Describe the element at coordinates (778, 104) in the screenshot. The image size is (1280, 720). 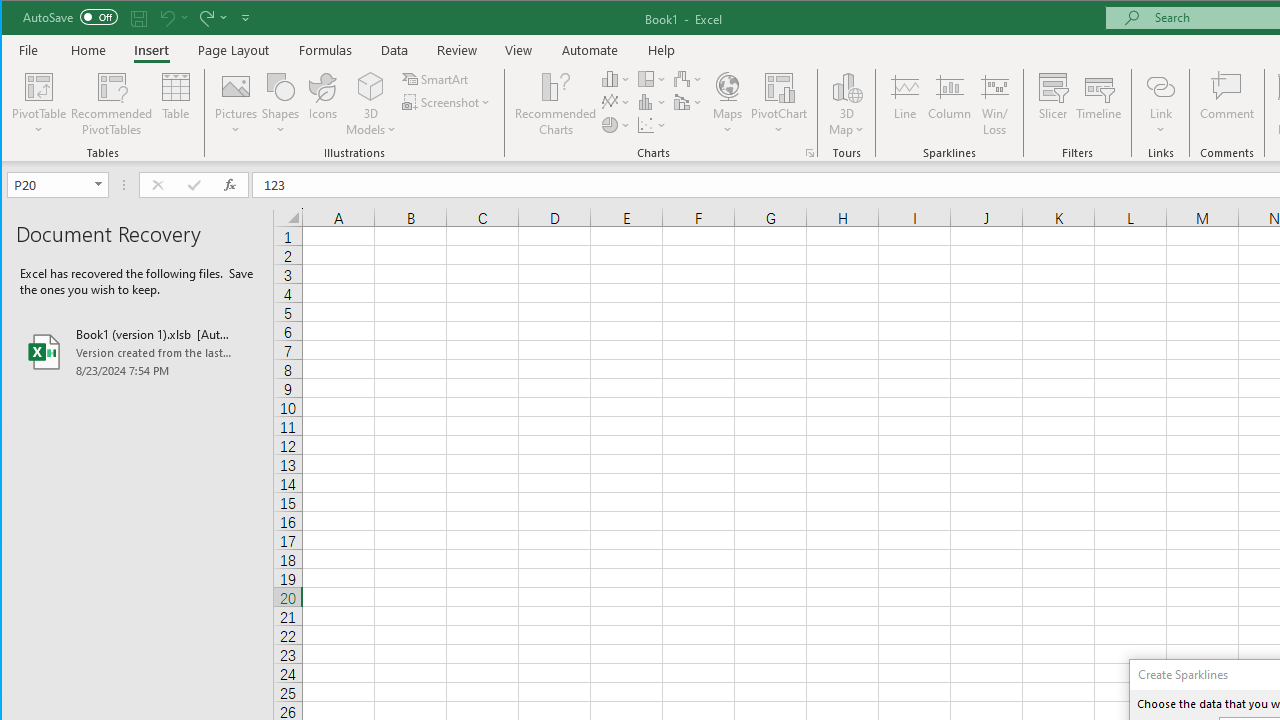
I see `'PivotChart'` at that location.